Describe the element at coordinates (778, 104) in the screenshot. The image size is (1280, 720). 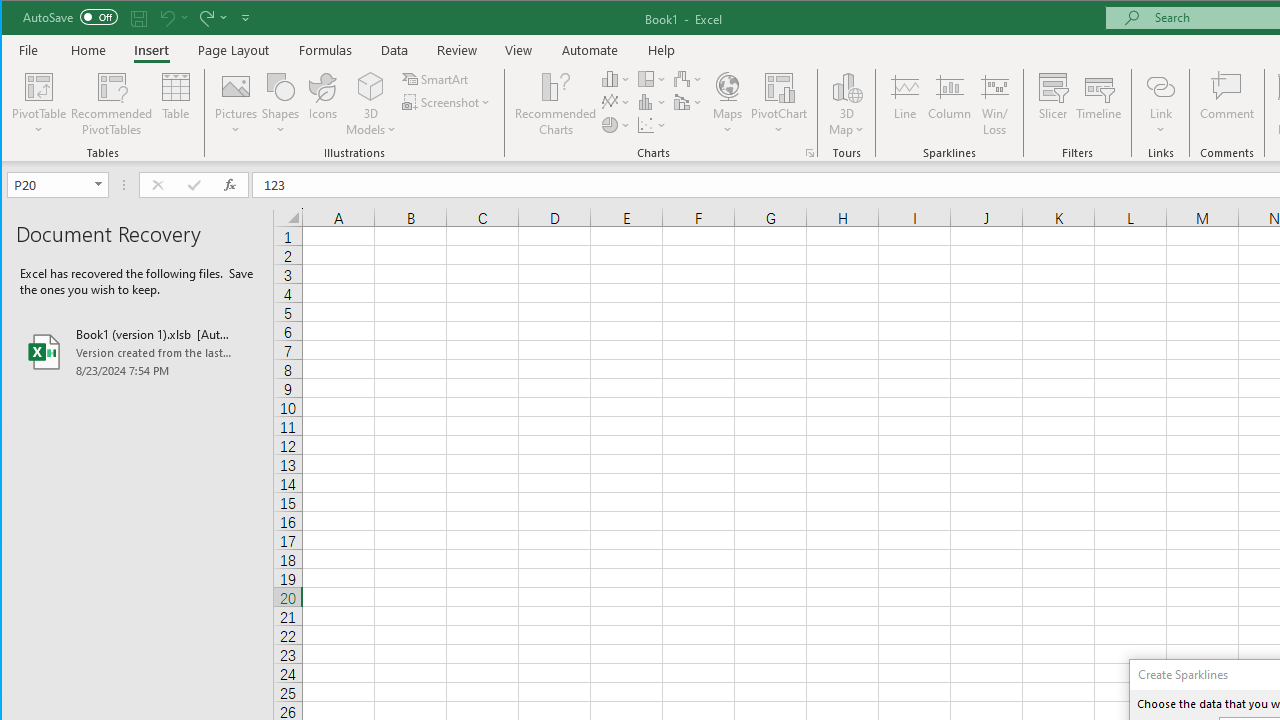
I see `'PivotChart'` at that location.